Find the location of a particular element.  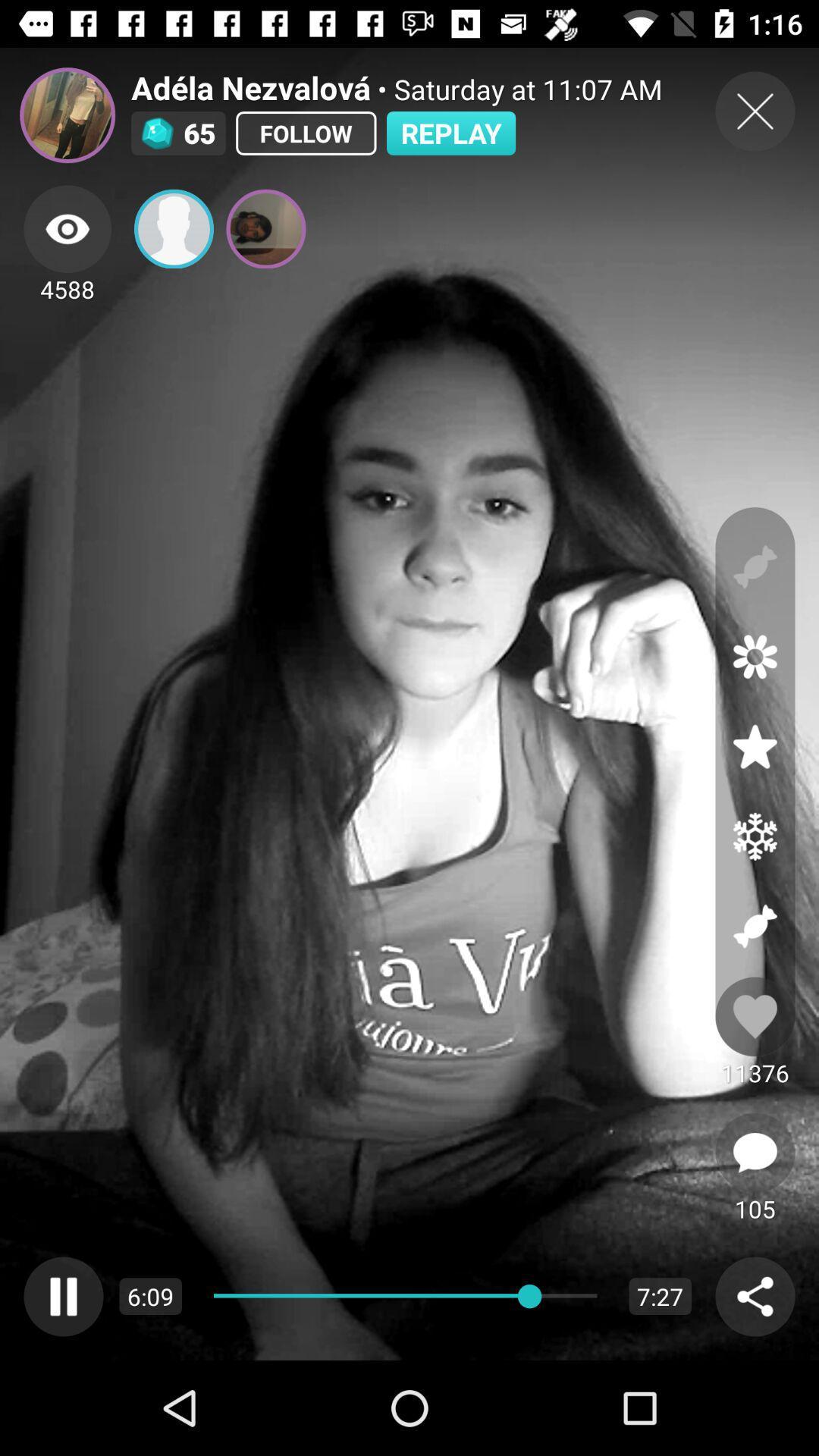

viewers is located at coordinates (67, 228).